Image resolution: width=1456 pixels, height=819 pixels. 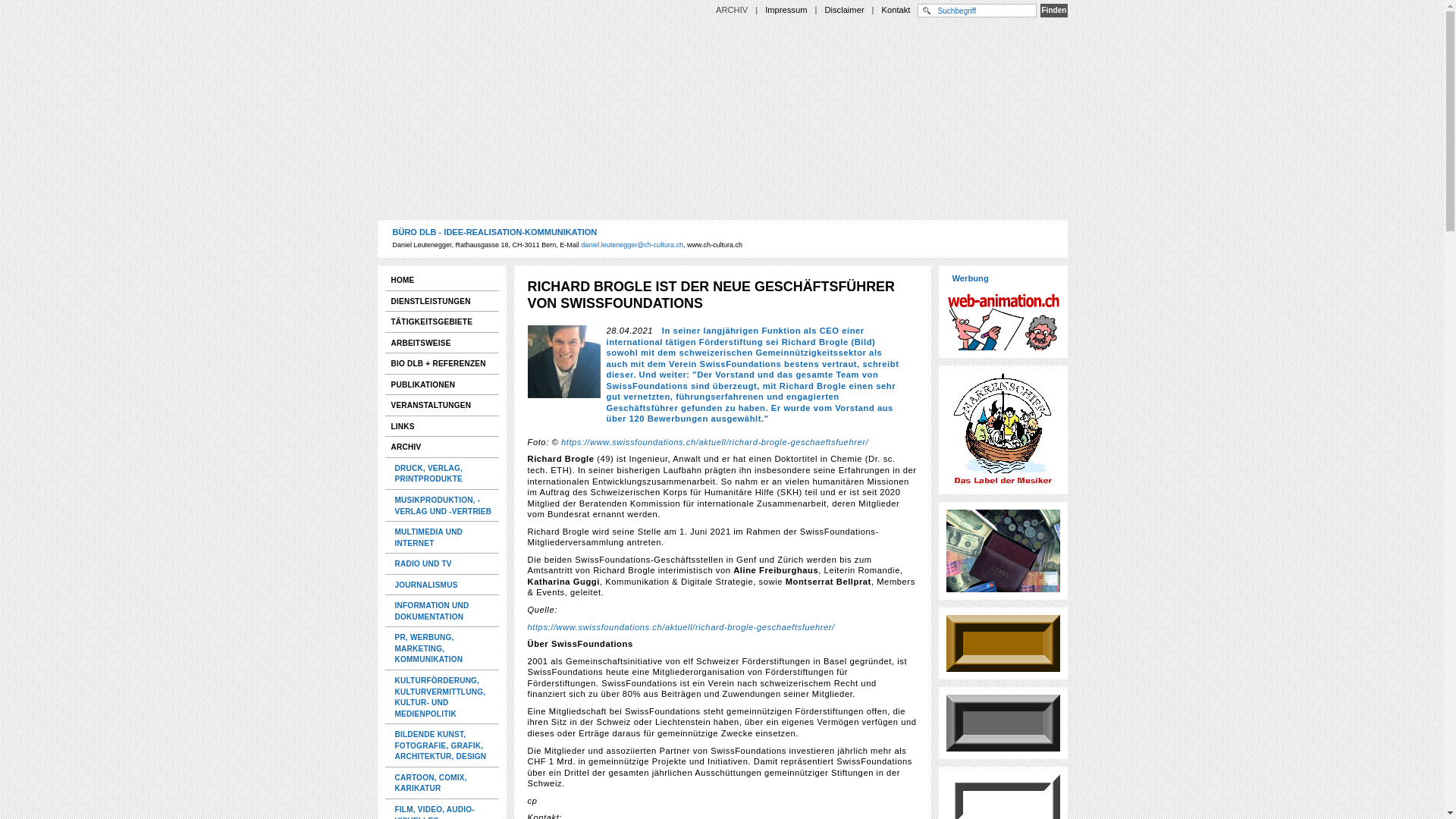 What do you see at coordinates (1003, 551) in the screenshot?
I see `'m-e-r-c-i-'` at bounding box center [1003, 551].